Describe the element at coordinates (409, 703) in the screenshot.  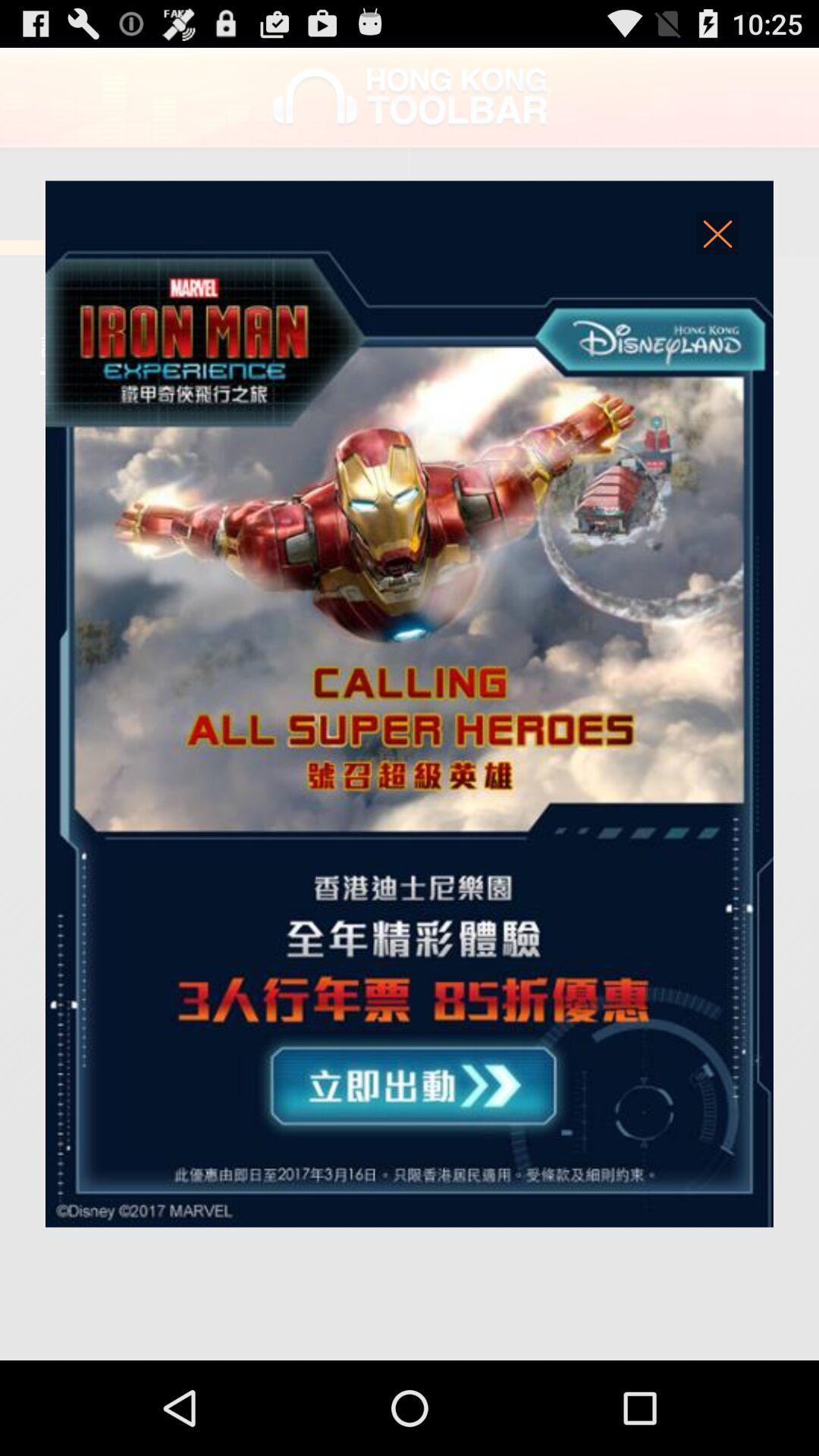
I see `open advertisement` at that location.